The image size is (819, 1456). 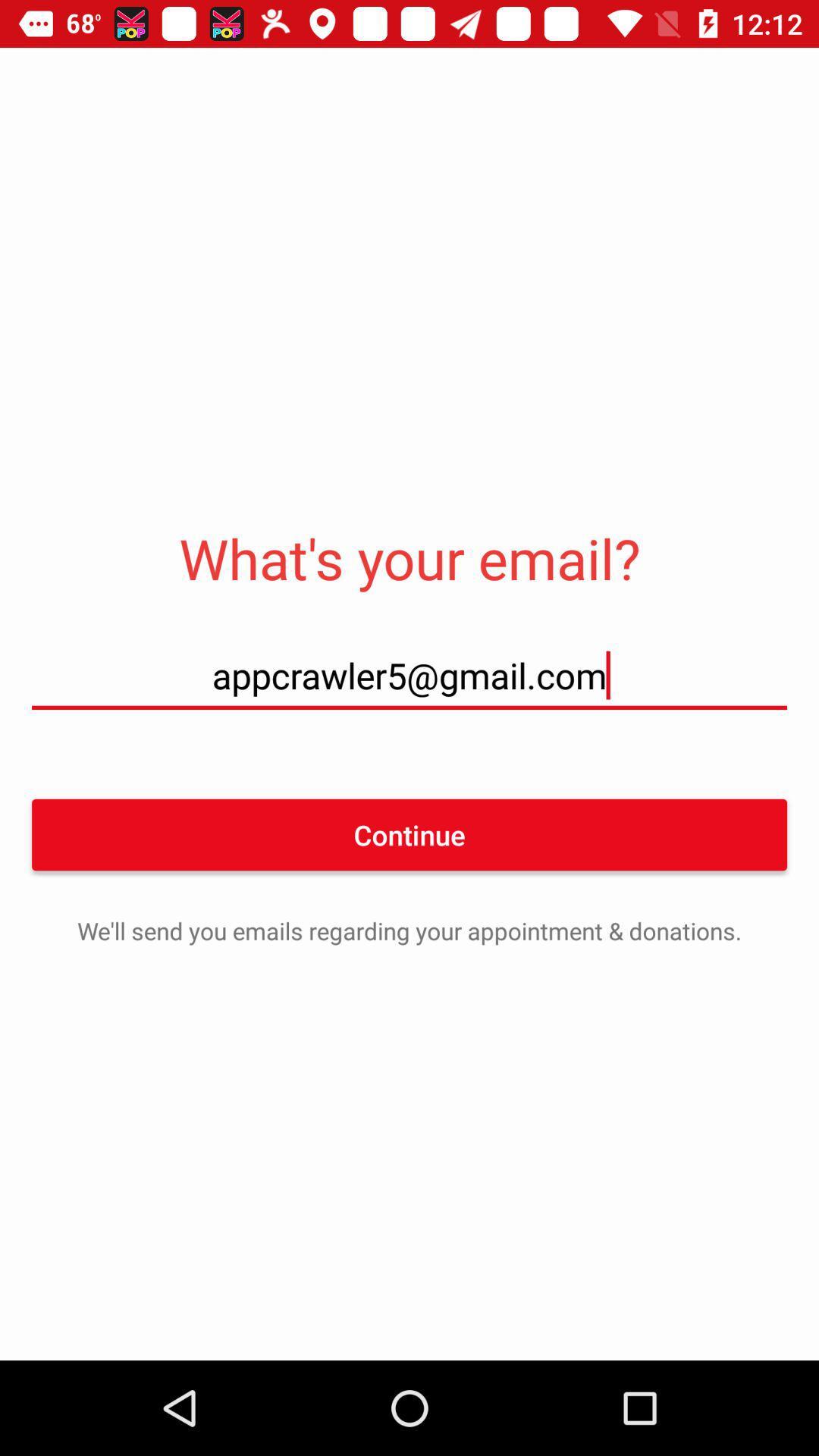 I want to click on appcrawler5@gmail.com, so click(x=409, y=674).